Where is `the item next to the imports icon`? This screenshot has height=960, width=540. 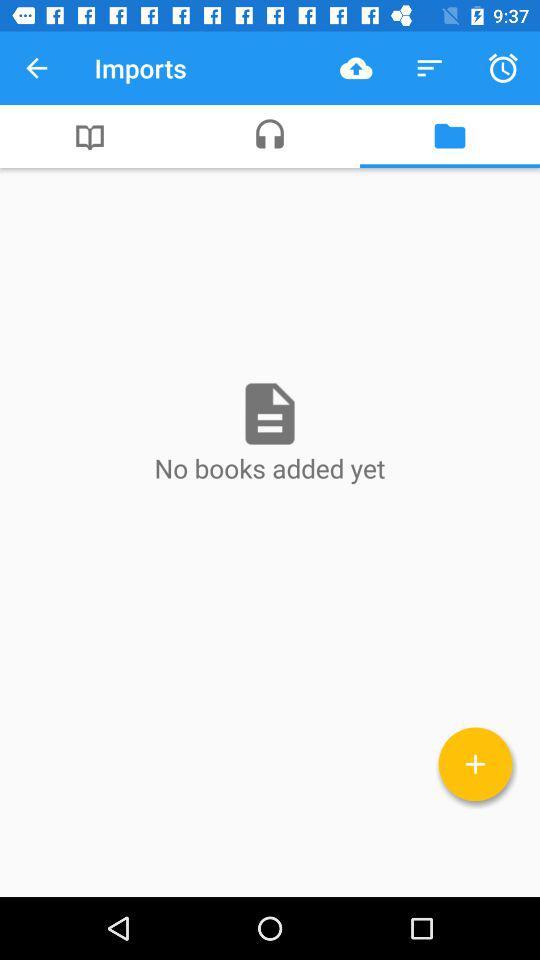 the item next to the imports icon is located at coordinates (36, 68).